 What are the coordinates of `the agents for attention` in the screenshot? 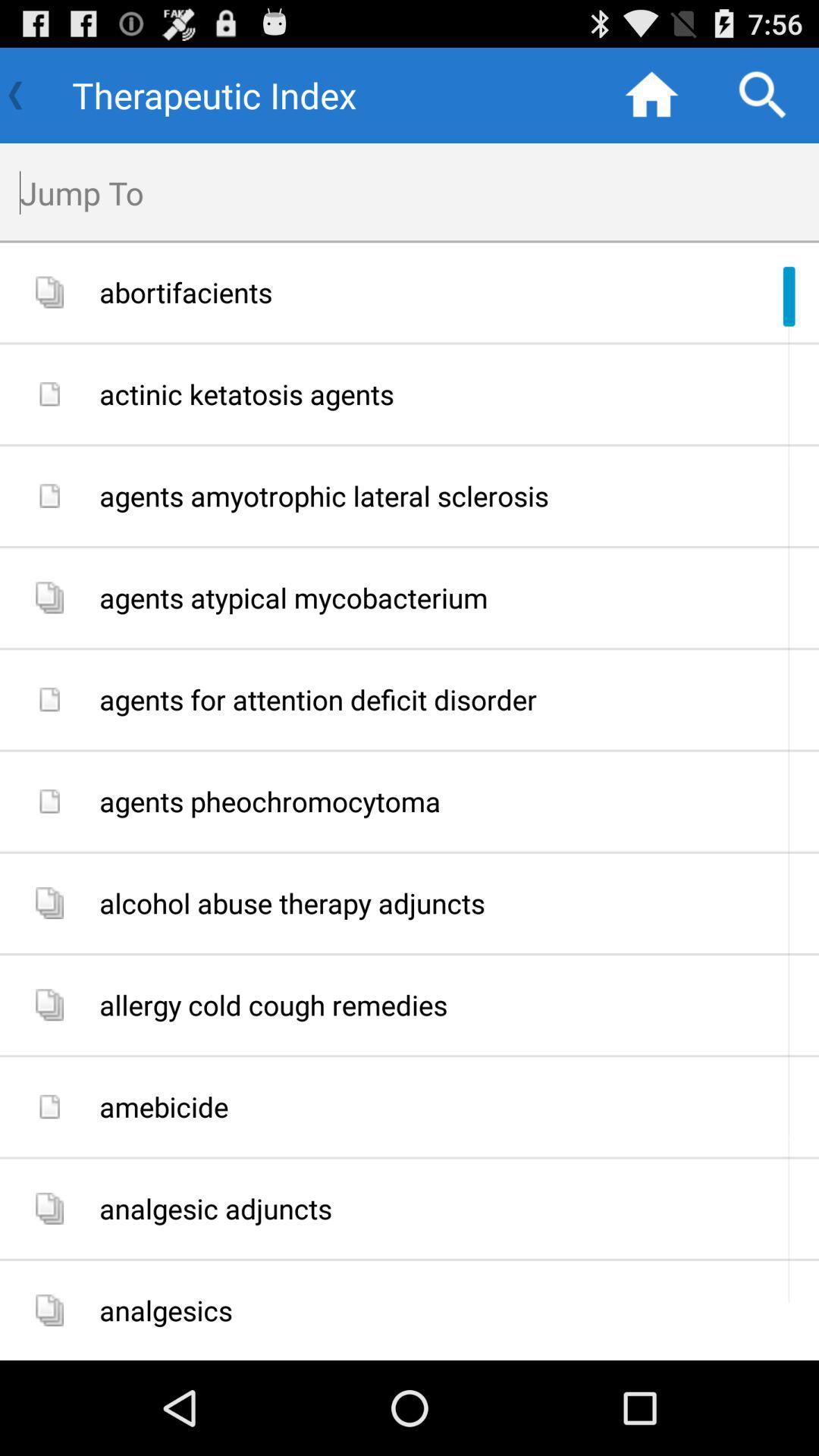 It's located at (453, 698).